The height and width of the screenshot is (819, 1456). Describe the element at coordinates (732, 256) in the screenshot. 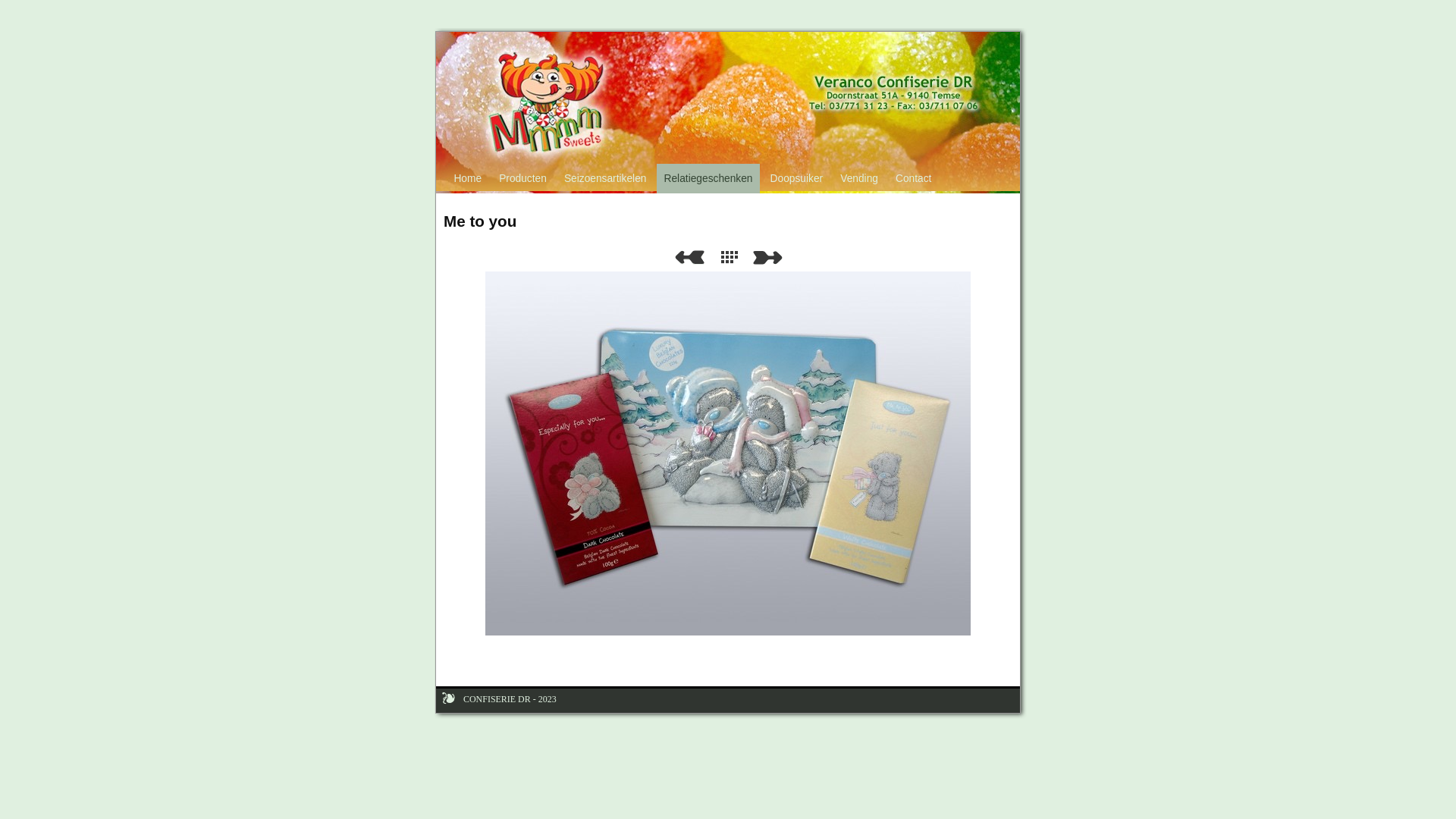

I see `'List'` at that location.